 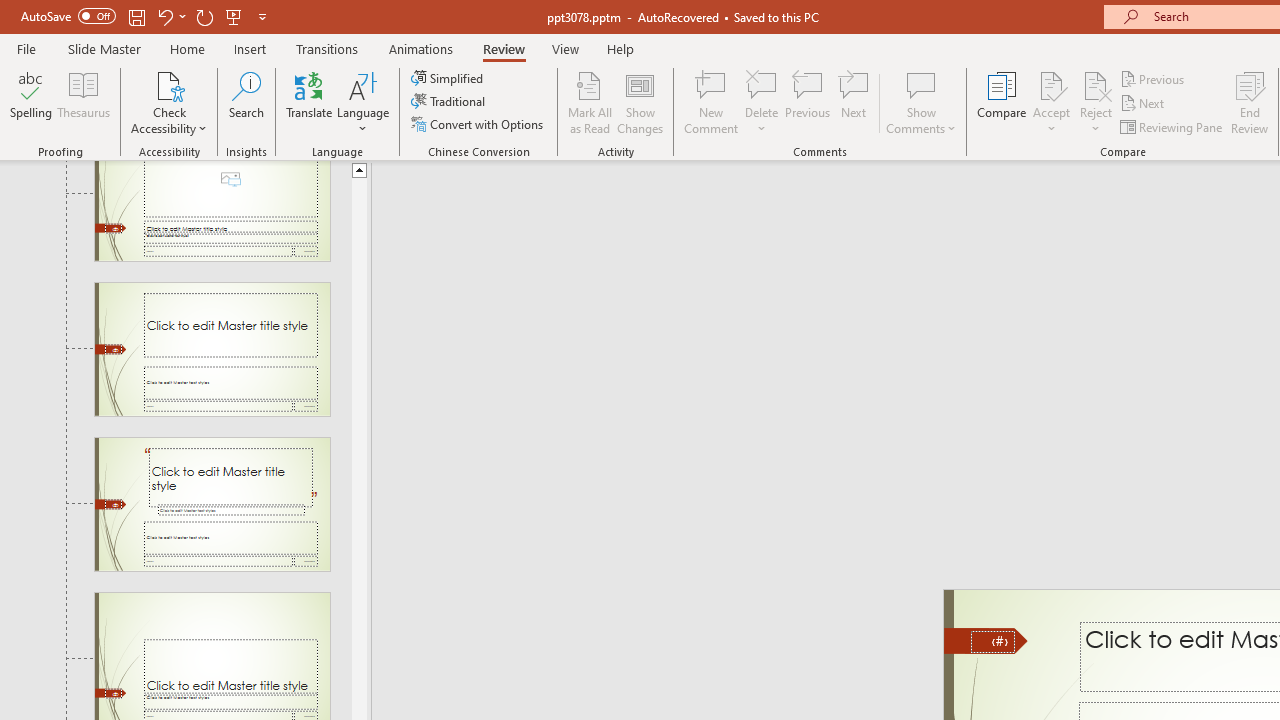 I want to click on 'Slide Number', so click(x=993, y=641).